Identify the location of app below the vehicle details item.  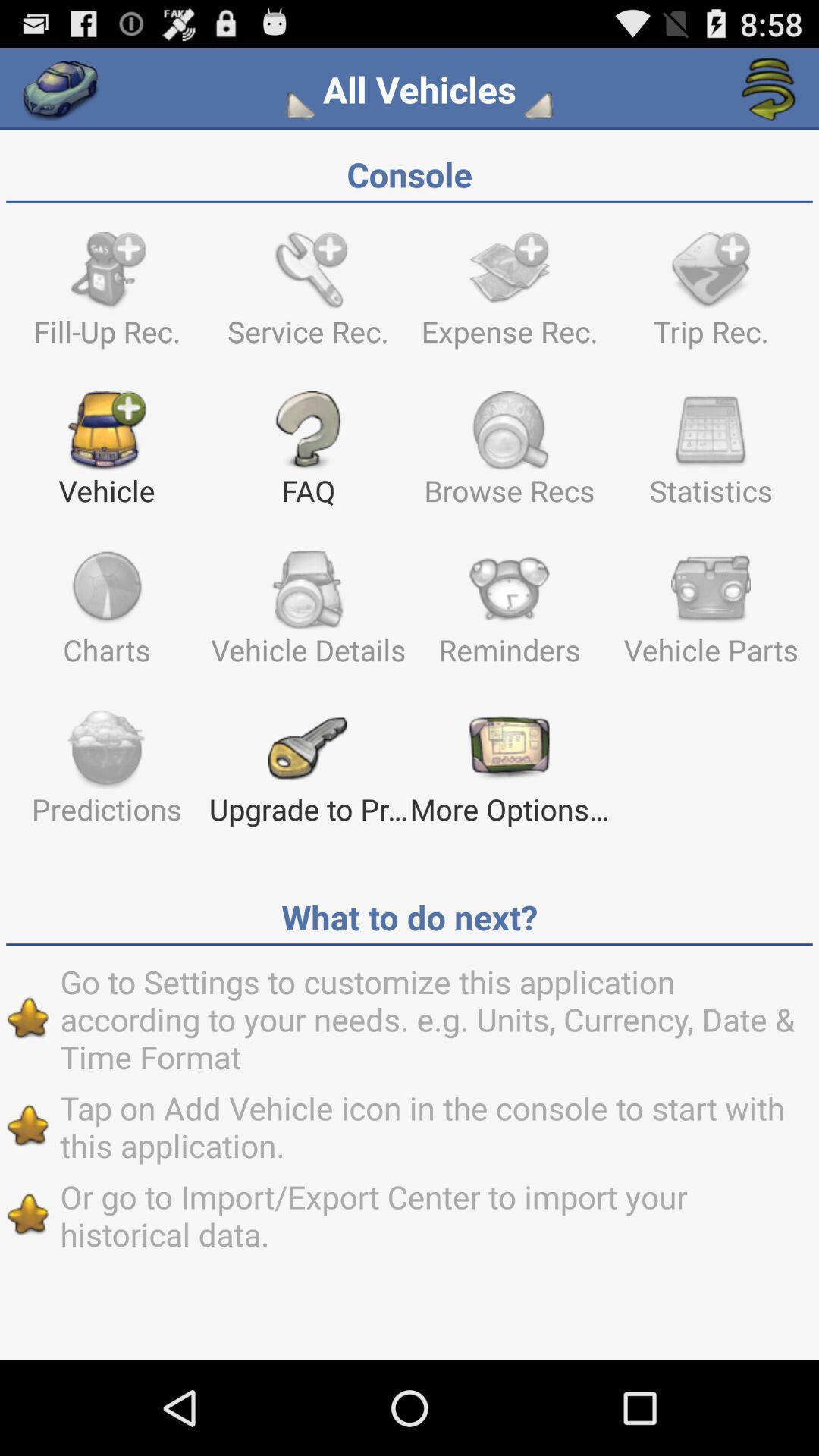
(509, 774).